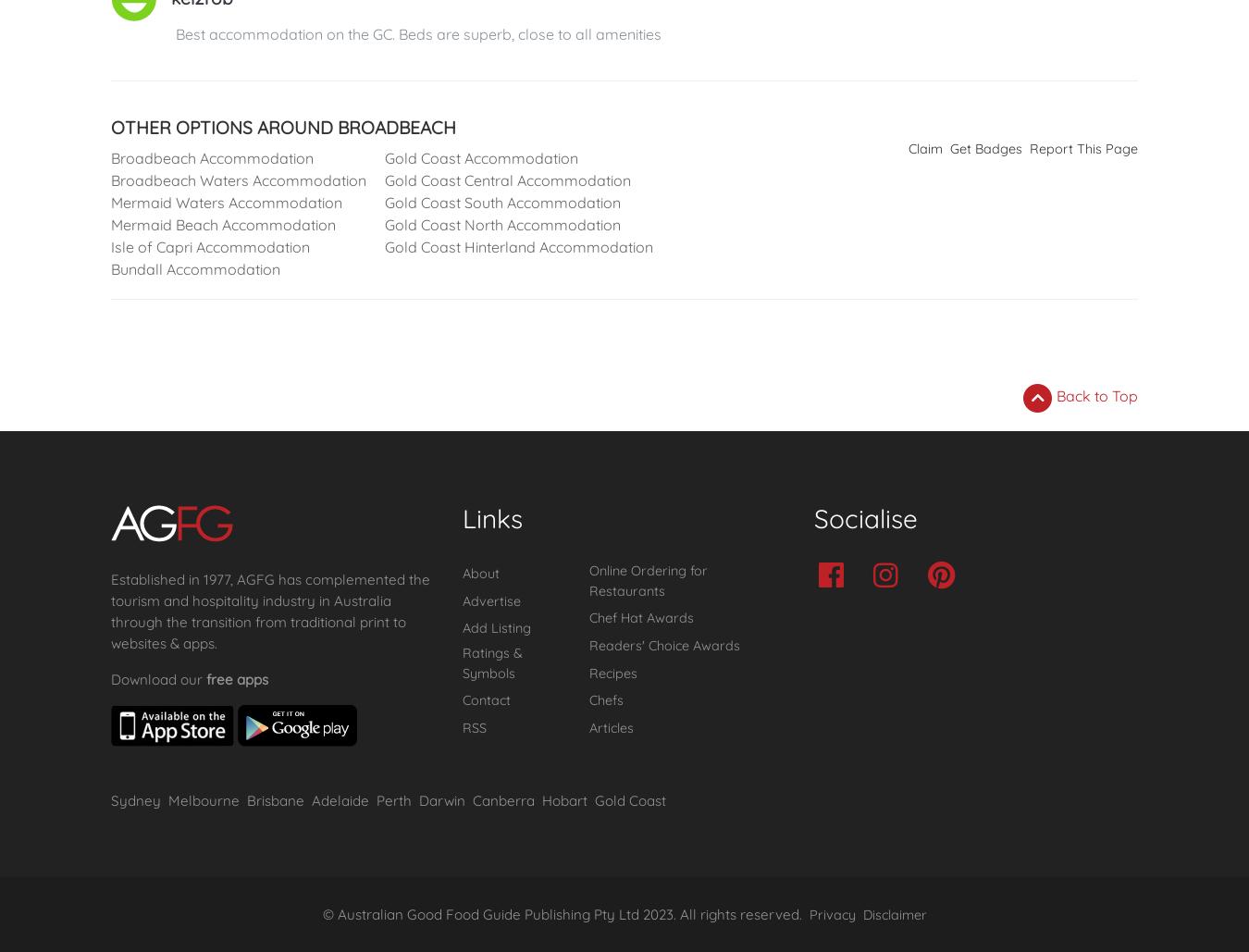 The height and width of the screenshot is (952, 1249). Describe the element at coordinates (274, 799) in the screenshot. I see `'Brisbane'` at that location.